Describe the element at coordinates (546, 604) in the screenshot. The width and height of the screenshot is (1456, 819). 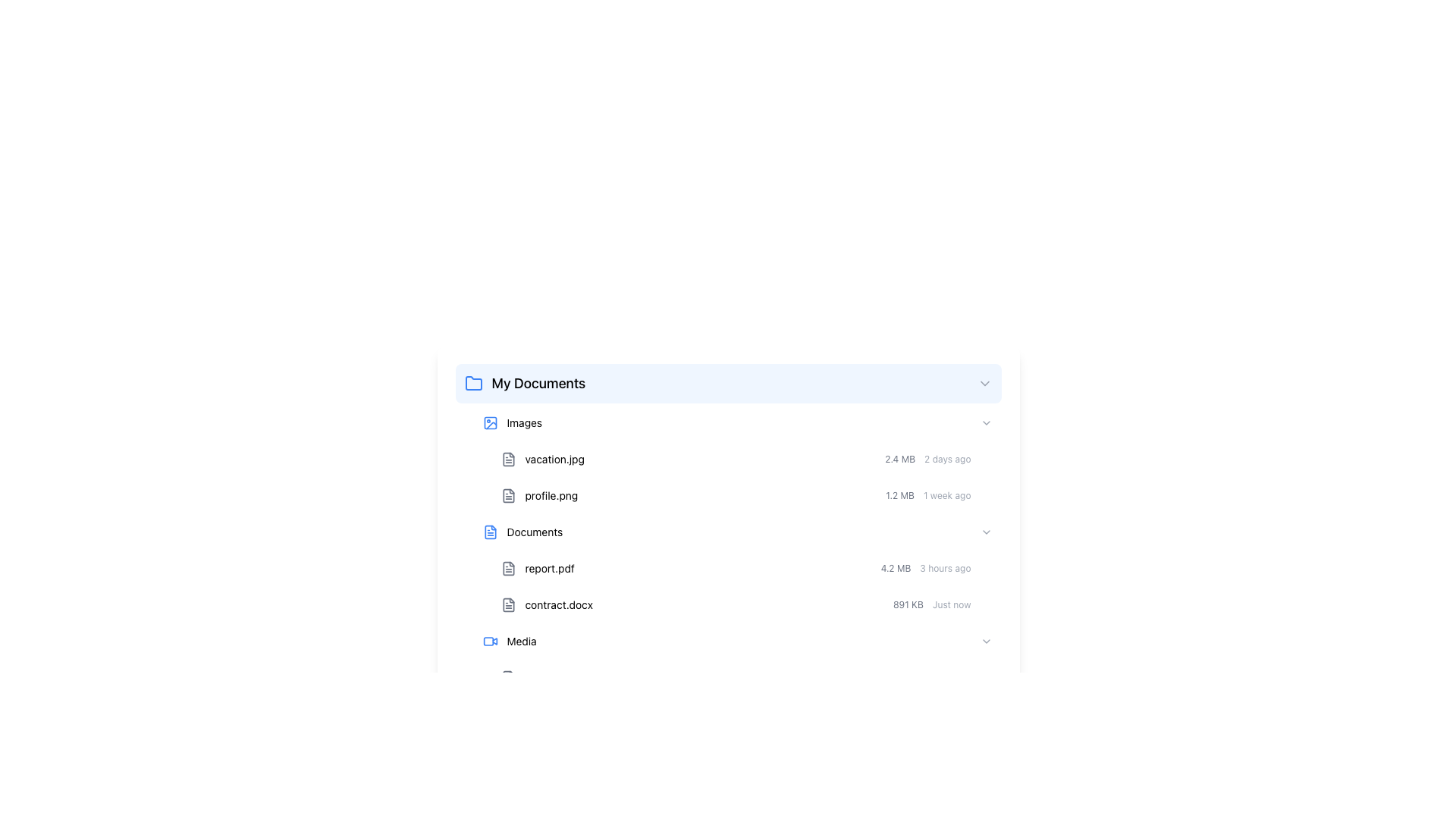
I see `the text label representing the document file named 'contract.docx'` at that location.